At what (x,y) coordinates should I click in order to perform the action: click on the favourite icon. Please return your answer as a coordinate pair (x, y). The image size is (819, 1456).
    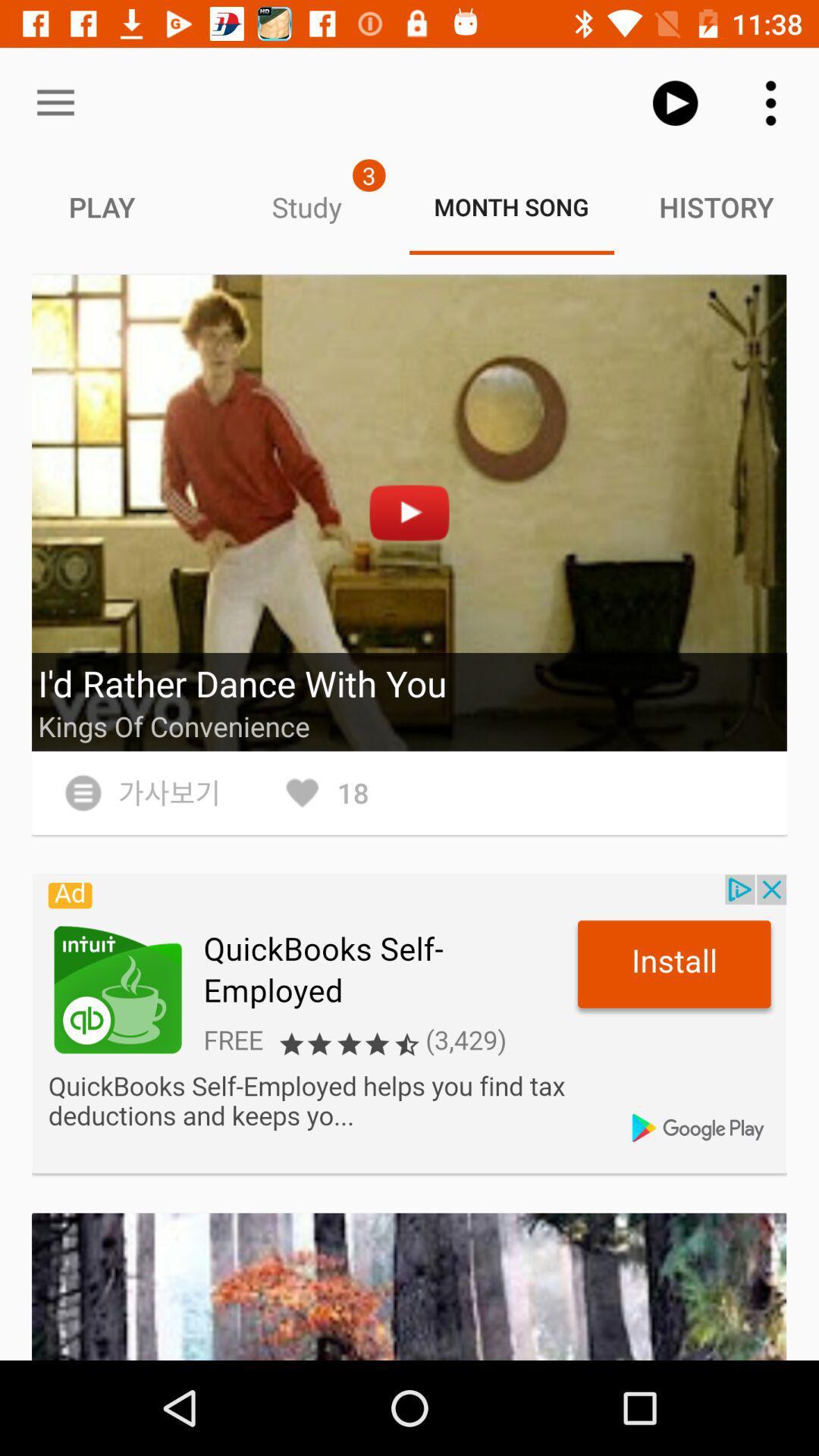
    Looking at the image, I should click on (324, 792).